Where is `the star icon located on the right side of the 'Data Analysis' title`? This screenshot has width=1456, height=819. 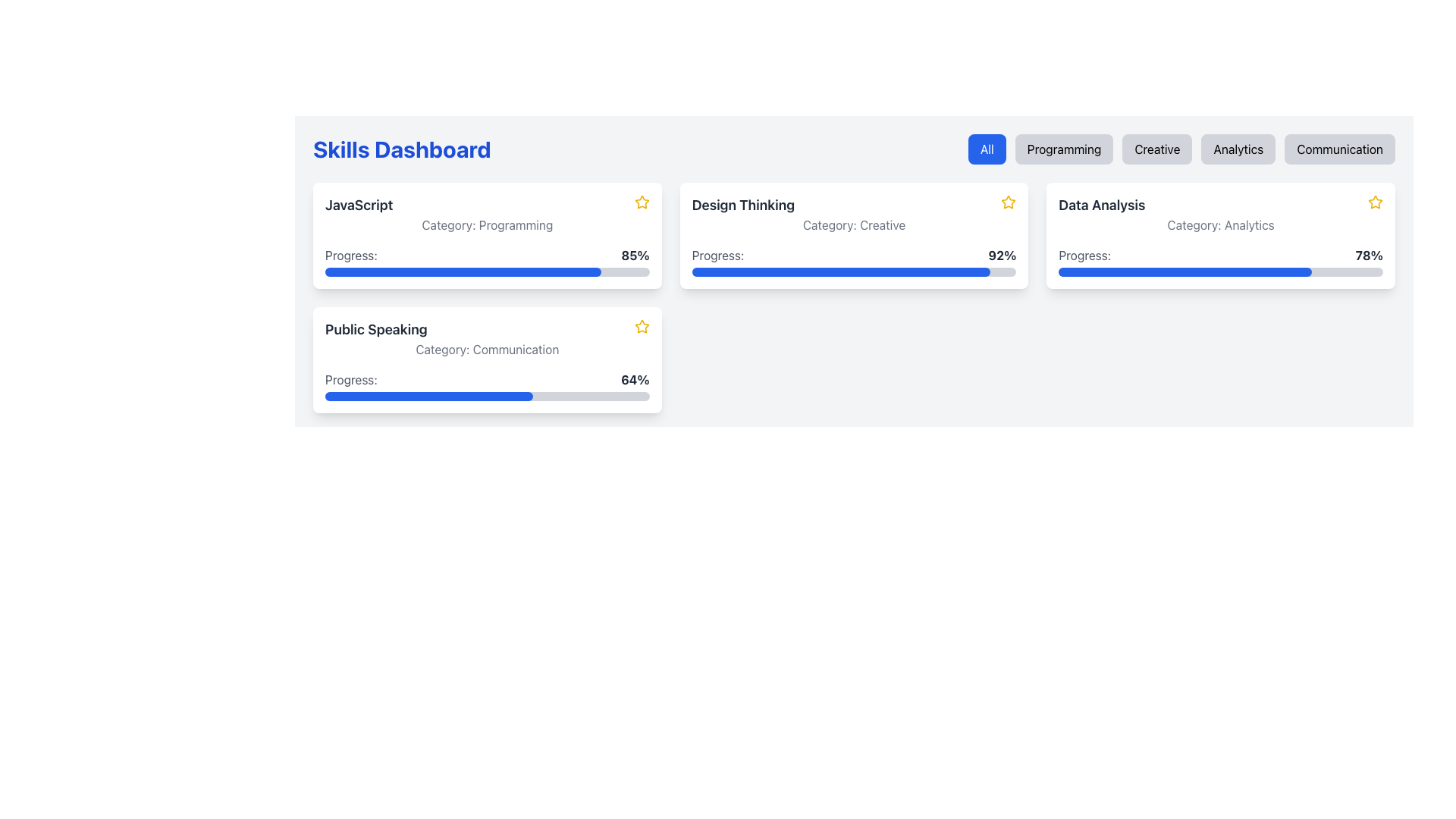 the star icon located on the right side of the 'Data Analysis' title is located at coordinates (1376, 201).